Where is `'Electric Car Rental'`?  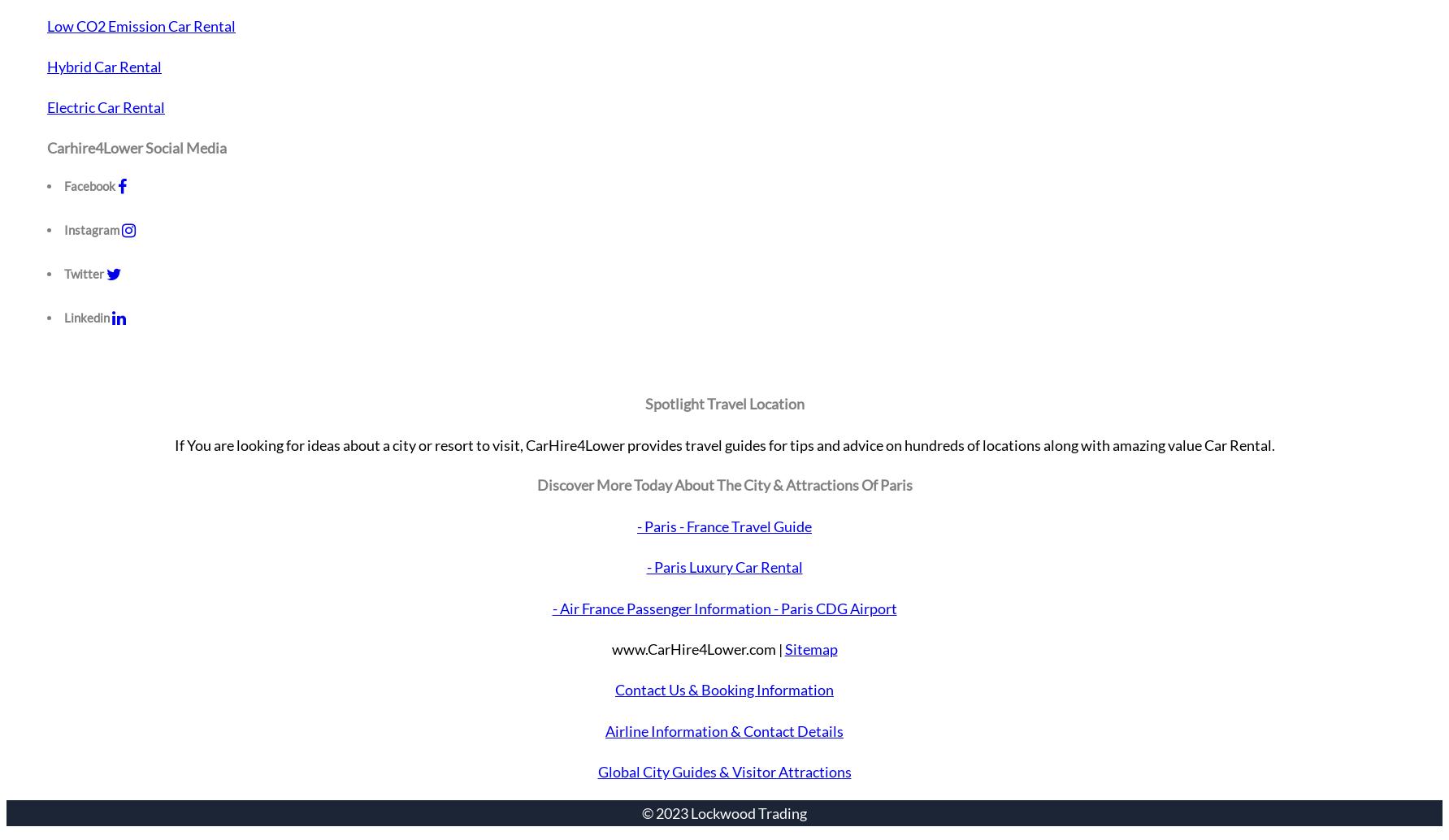 'Electric Car Rental' is located at coordinates (105, 107).